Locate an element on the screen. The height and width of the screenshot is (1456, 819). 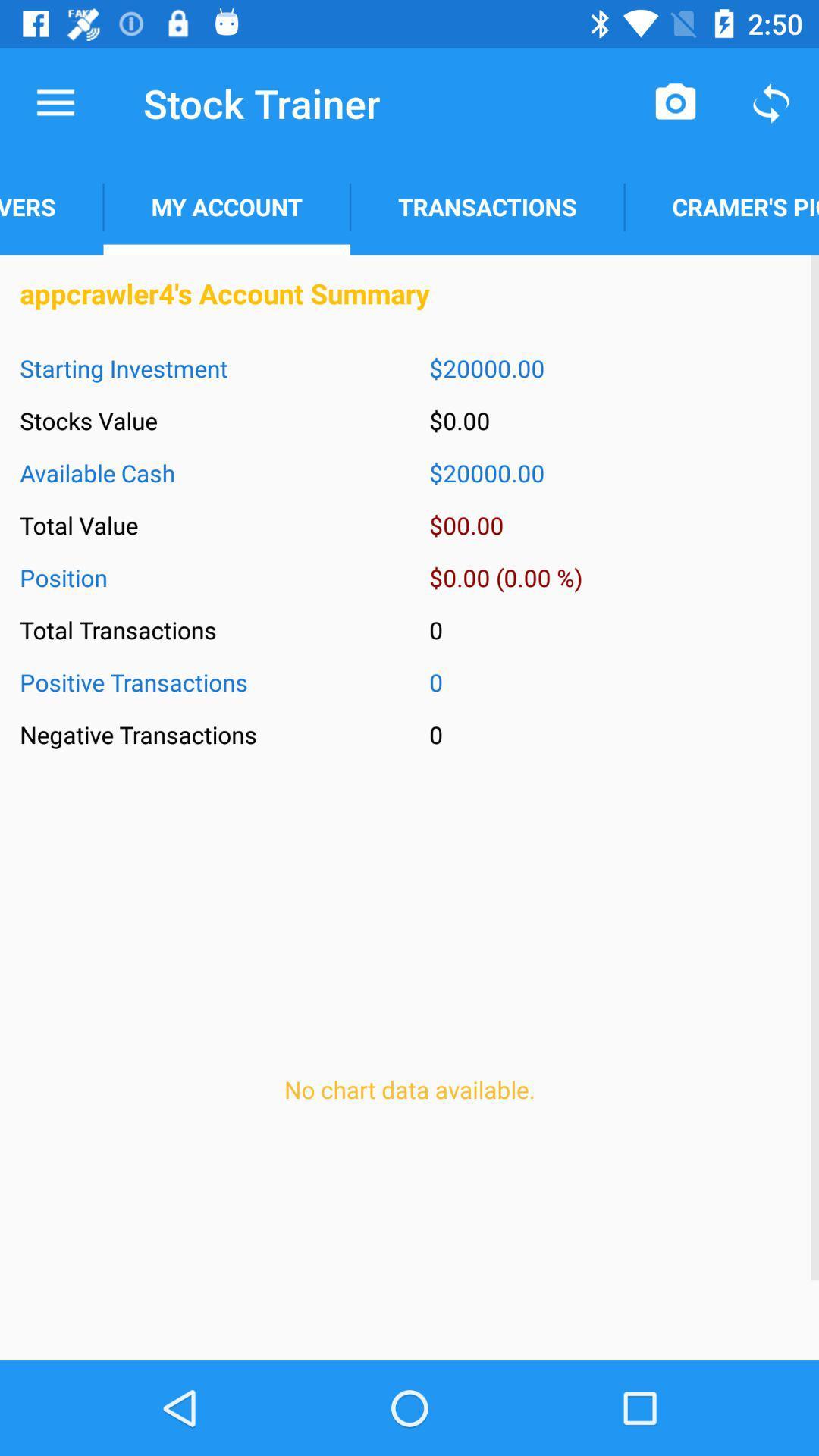
app to the right of the transactions app is located at coordinates (675, 102).